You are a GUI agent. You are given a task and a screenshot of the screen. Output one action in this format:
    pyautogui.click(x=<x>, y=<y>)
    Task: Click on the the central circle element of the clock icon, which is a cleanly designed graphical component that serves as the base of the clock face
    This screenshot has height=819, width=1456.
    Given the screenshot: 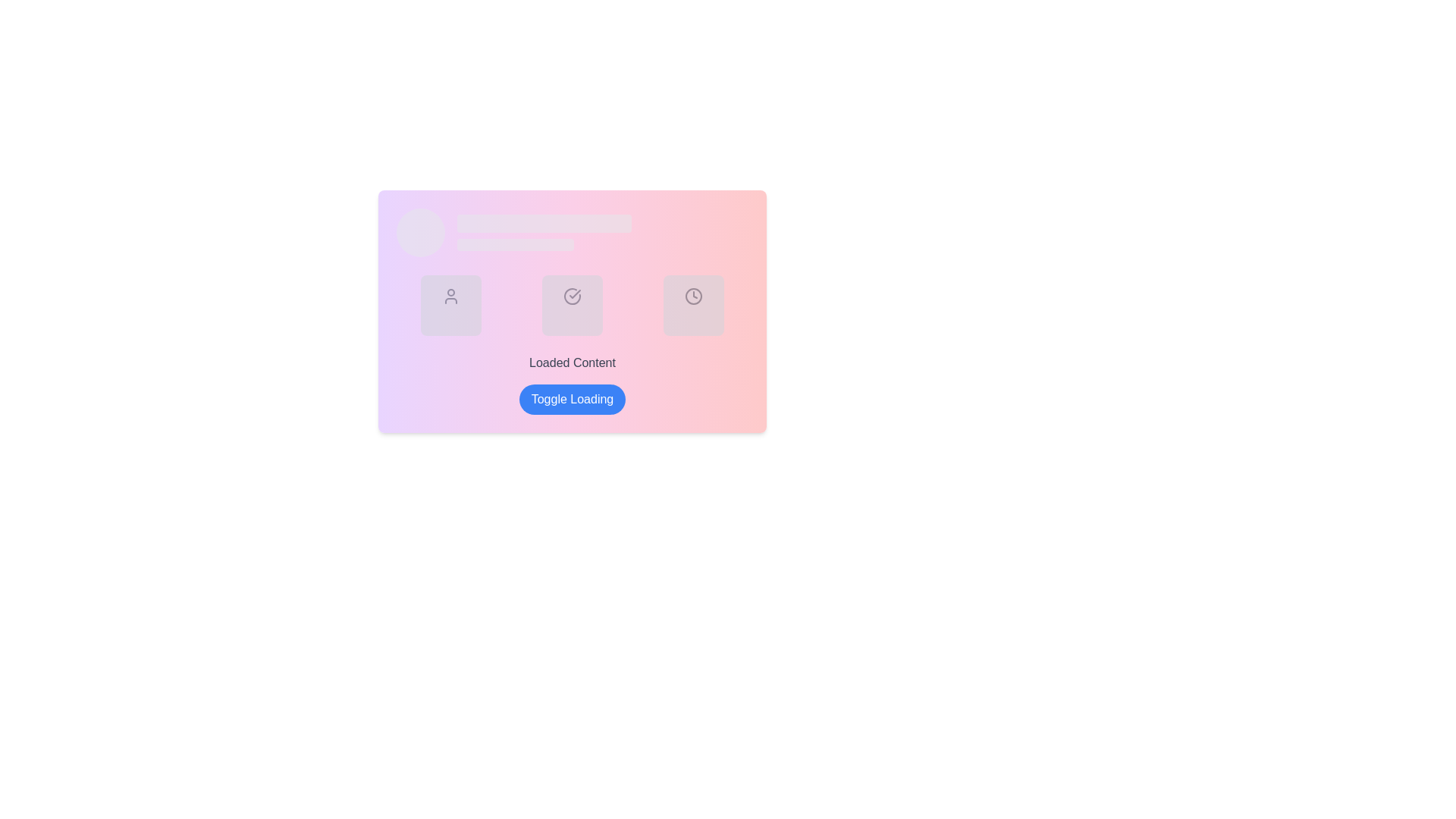 What is the action you would take?
    pyautogui.click(x=693, y=296)
    